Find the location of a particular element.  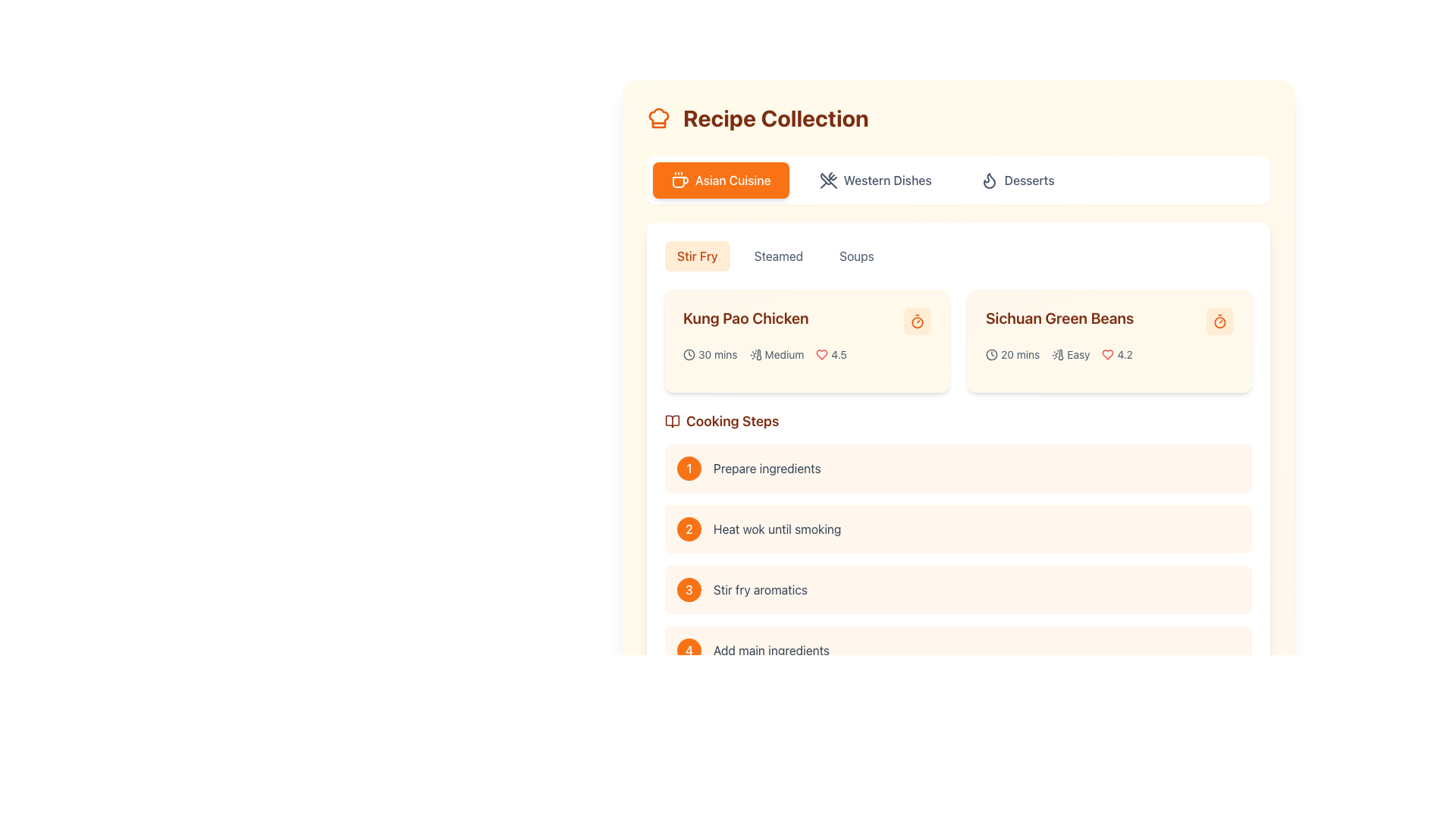

the interactive timer icon button located at the top-right corner of the 'Sichuan Green Beans' recipe card is located at coordinates (1219, 321).